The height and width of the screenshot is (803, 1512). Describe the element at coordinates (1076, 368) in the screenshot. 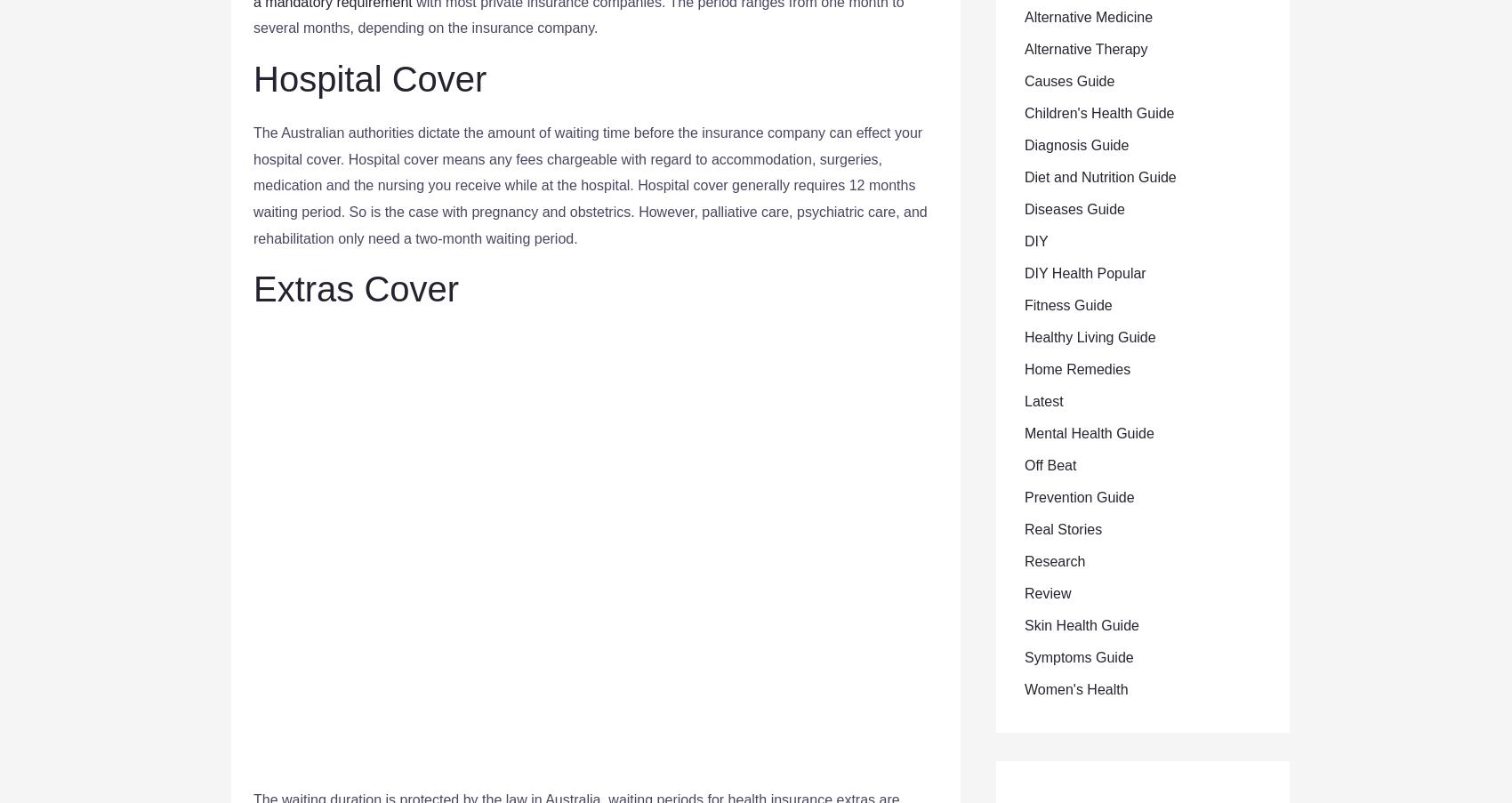

I see `'Home Remedies'` at that location.